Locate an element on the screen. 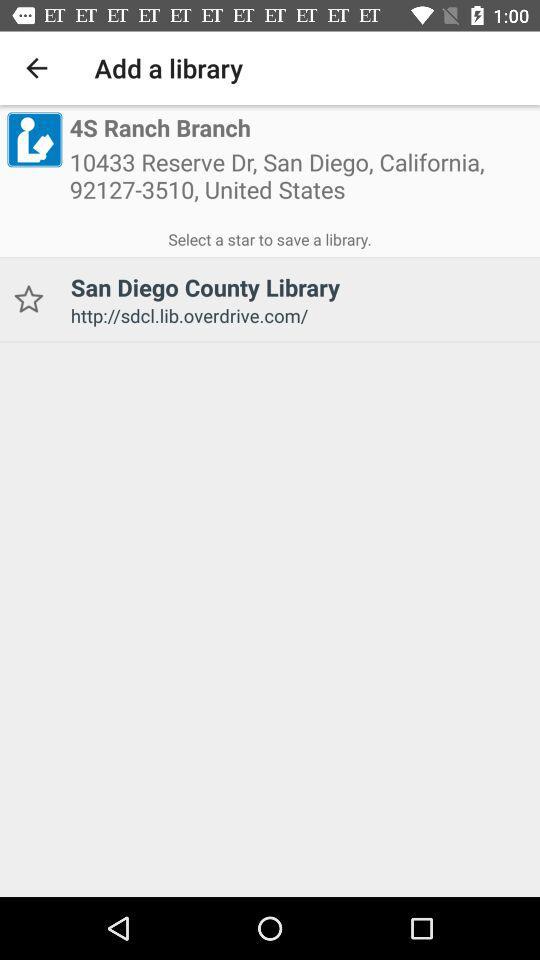  the http sdcl lib icon is located at coordinates (297, 315).